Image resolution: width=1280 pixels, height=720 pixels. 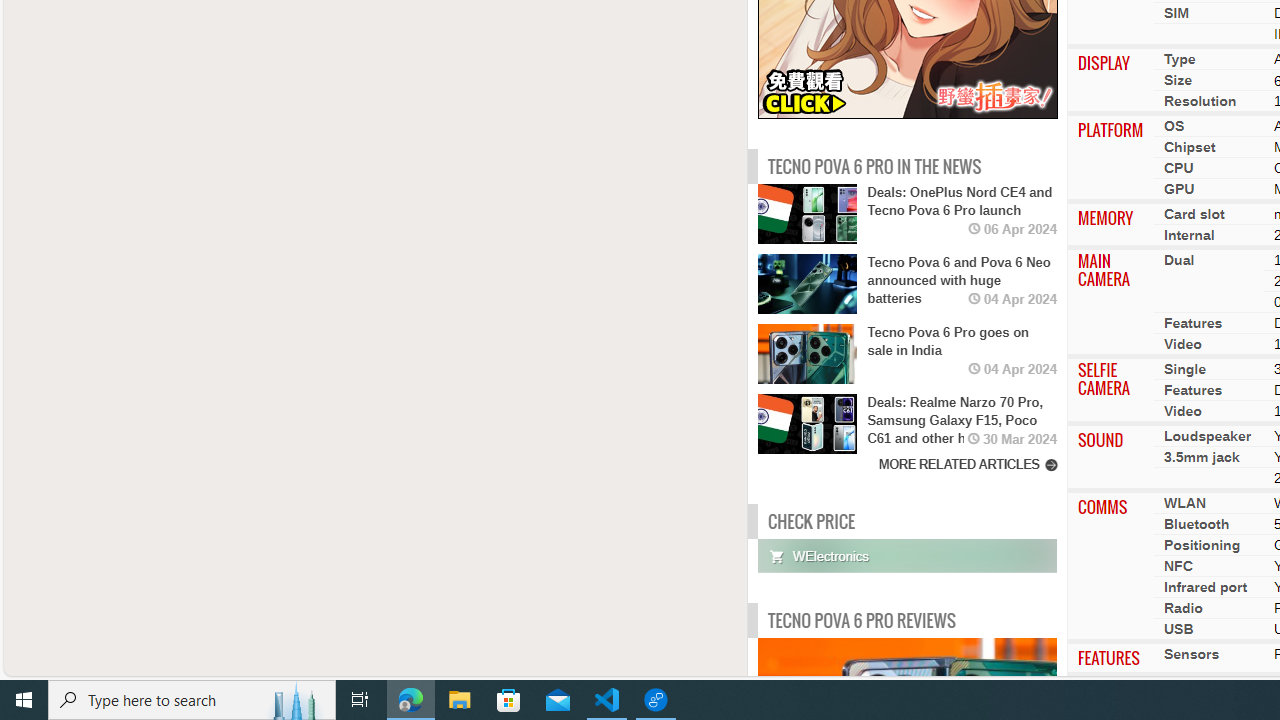 I want to click on 'CPU', so click(x=1178, y=167).